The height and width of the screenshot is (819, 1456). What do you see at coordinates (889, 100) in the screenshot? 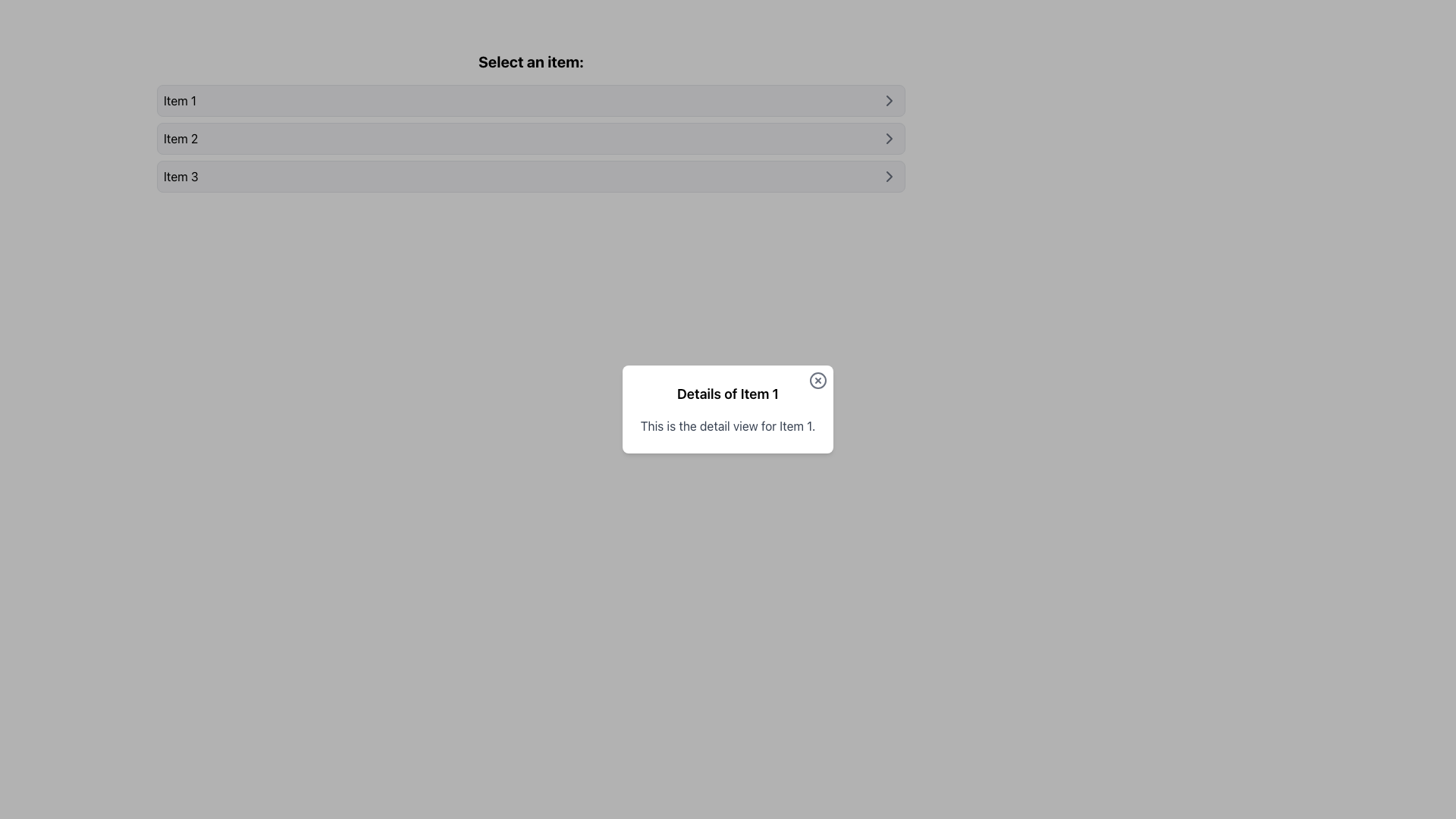
I see `the chevron icon located at the far-right edge of the first item labeled 'Select an item'` at bounding box center [889, 100].